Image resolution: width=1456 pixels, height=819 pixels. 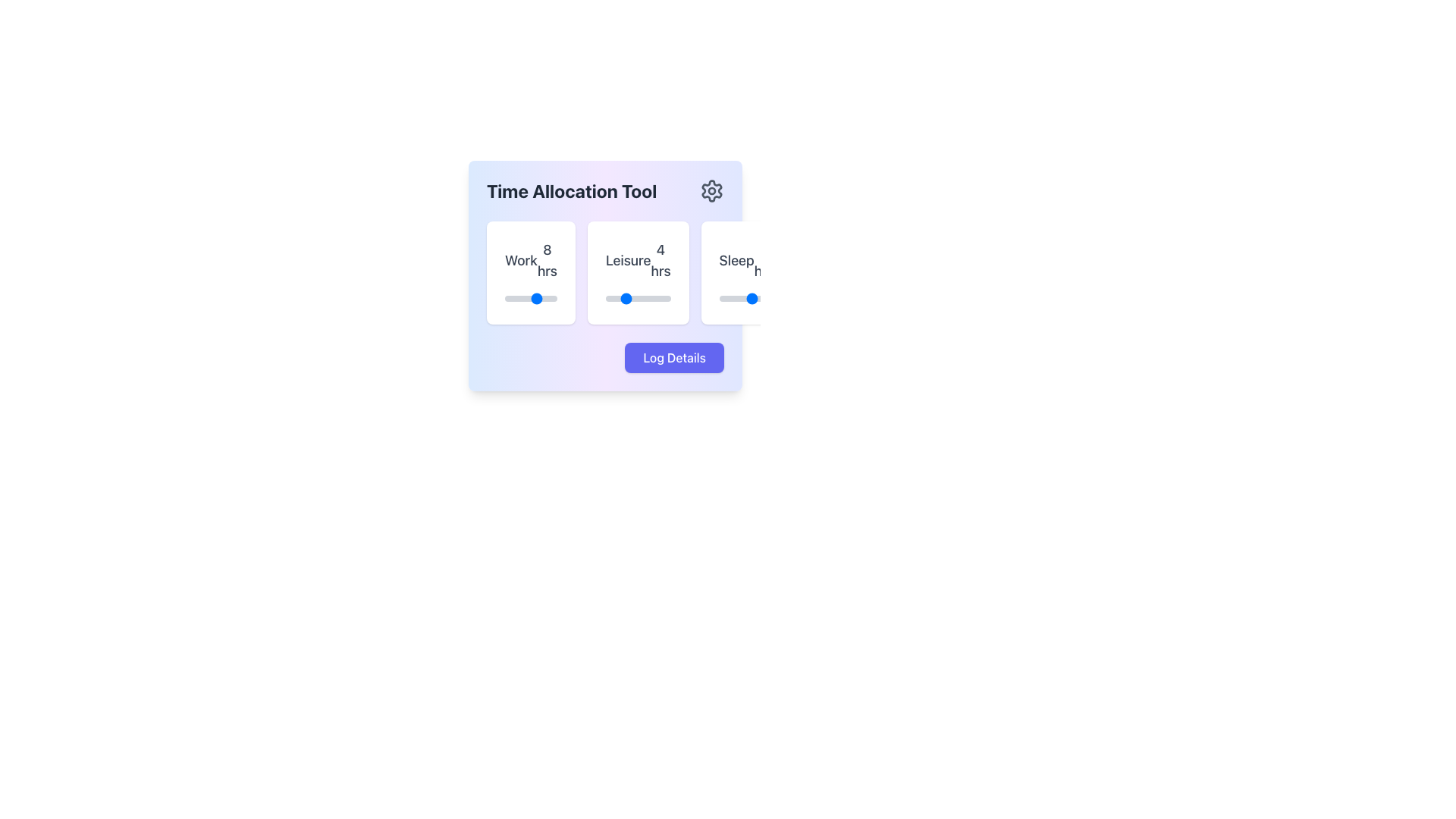 What do you see at coordinates (744, 298) in the screenshot?
I see `sleep hours` at bounding box center [744, 298].